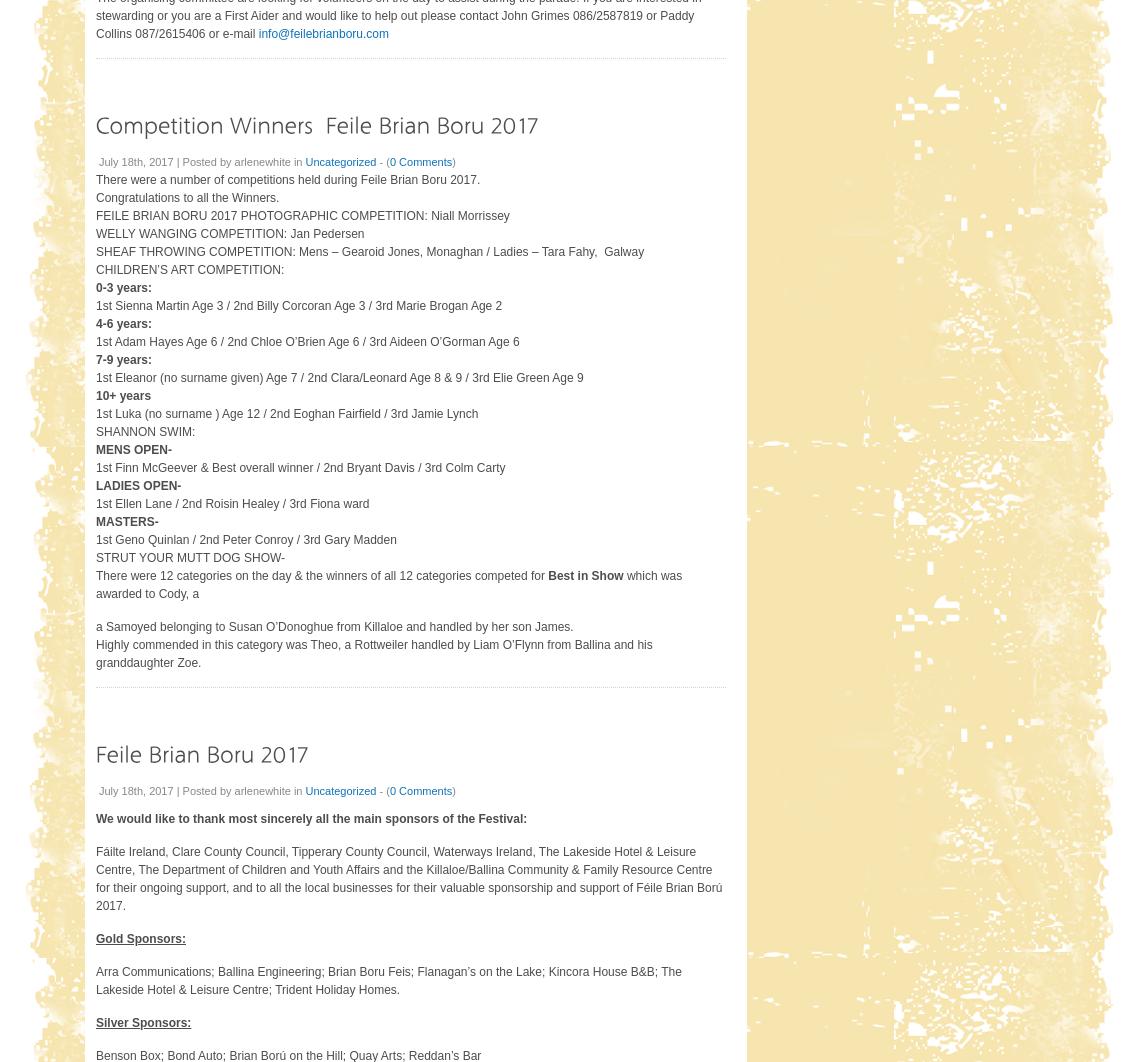 Image resolution: width=1140 pixels, height=1062 pixels. Describe the element at coordinates (143, 1020) in the screenshot. I see `'Silver Sponsors:'` at that location.